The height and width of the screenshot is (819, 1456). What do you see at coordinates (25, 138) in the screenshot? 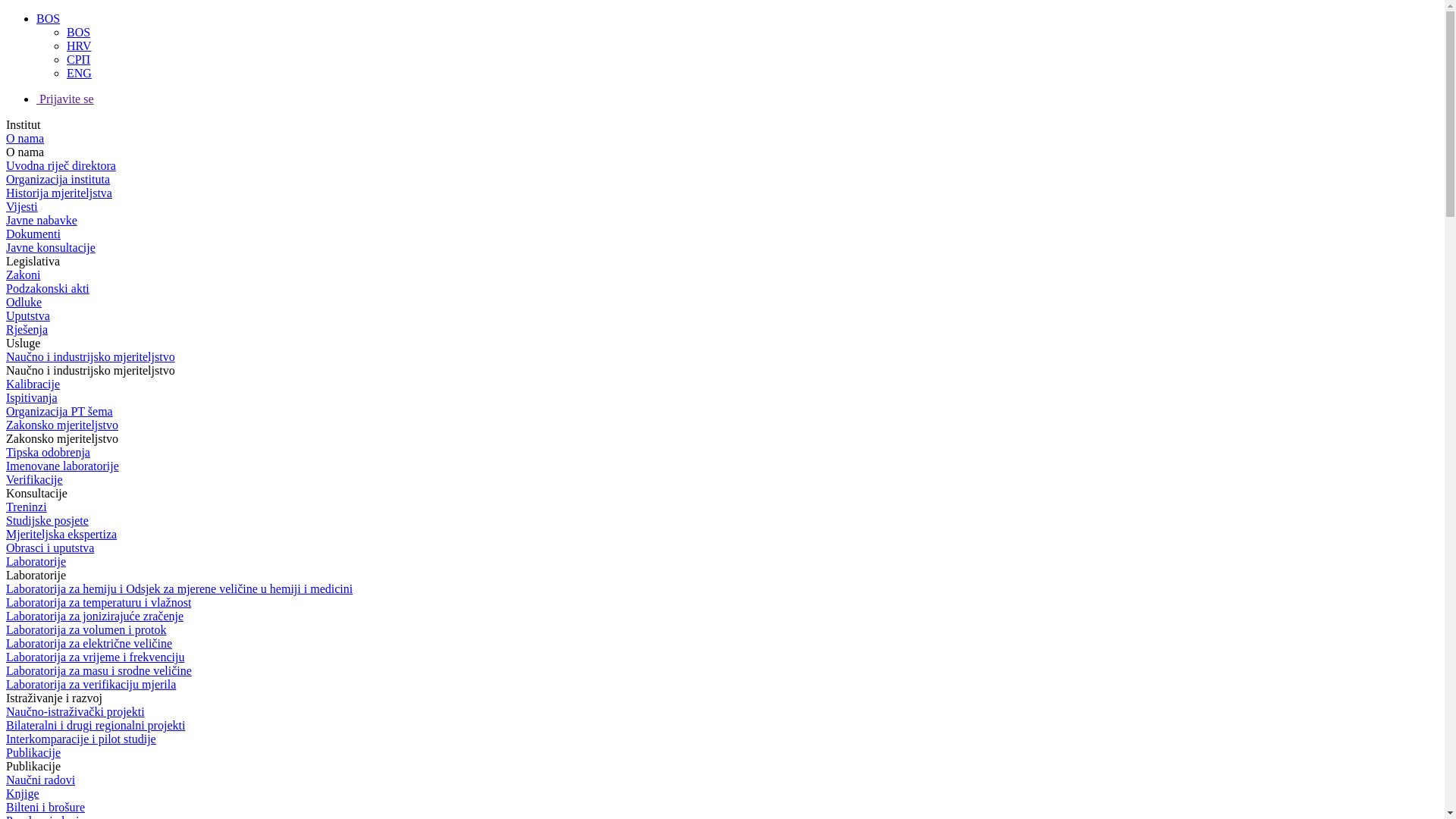
I see `'O nama'` at bounding box center [25, 138].